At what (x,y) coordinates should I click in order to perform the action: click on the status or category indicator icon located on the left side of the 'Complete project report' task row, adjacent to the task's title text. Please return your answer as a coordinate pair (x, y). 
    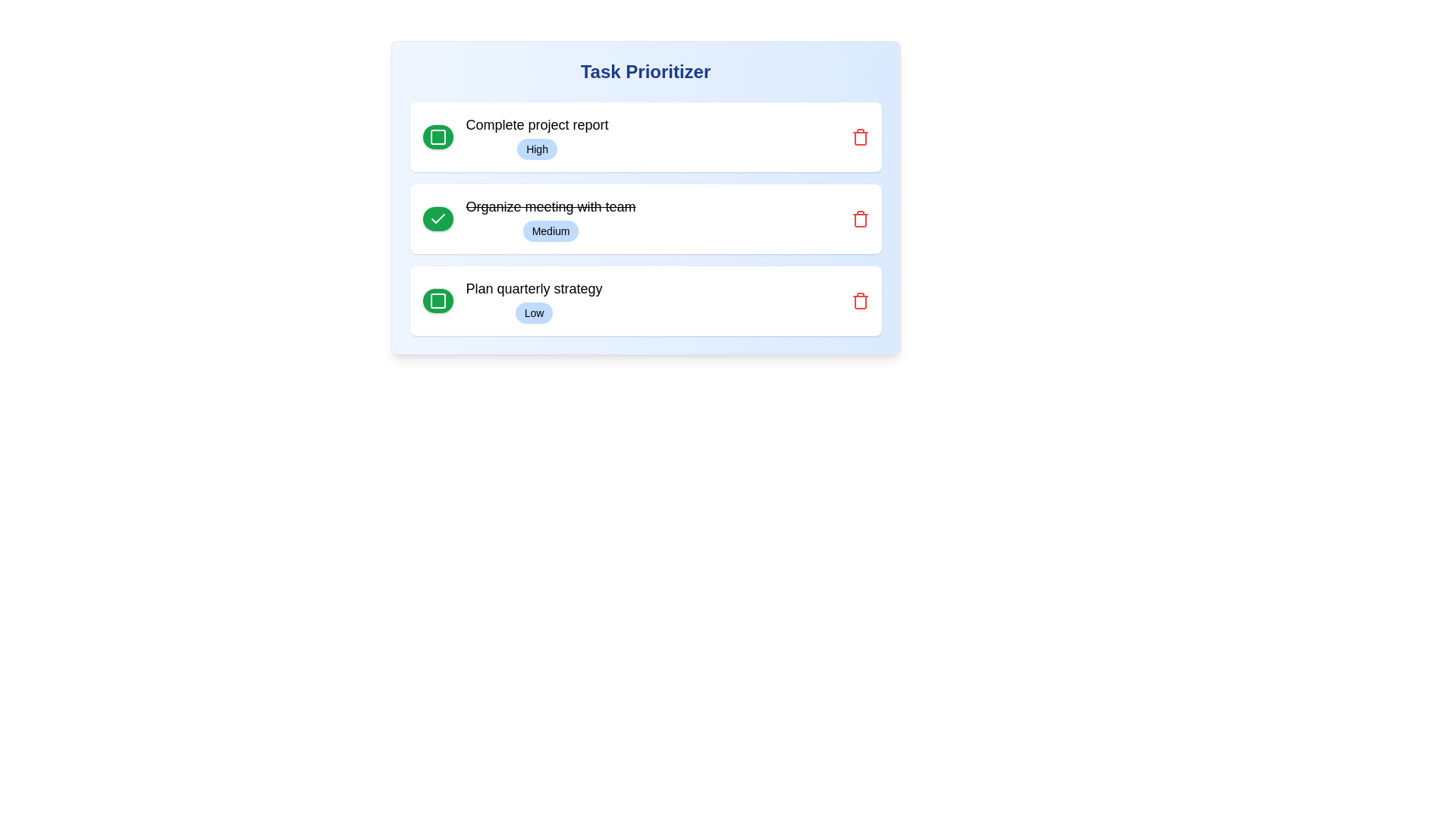
    Looking at the image, I should click on (437, 137).